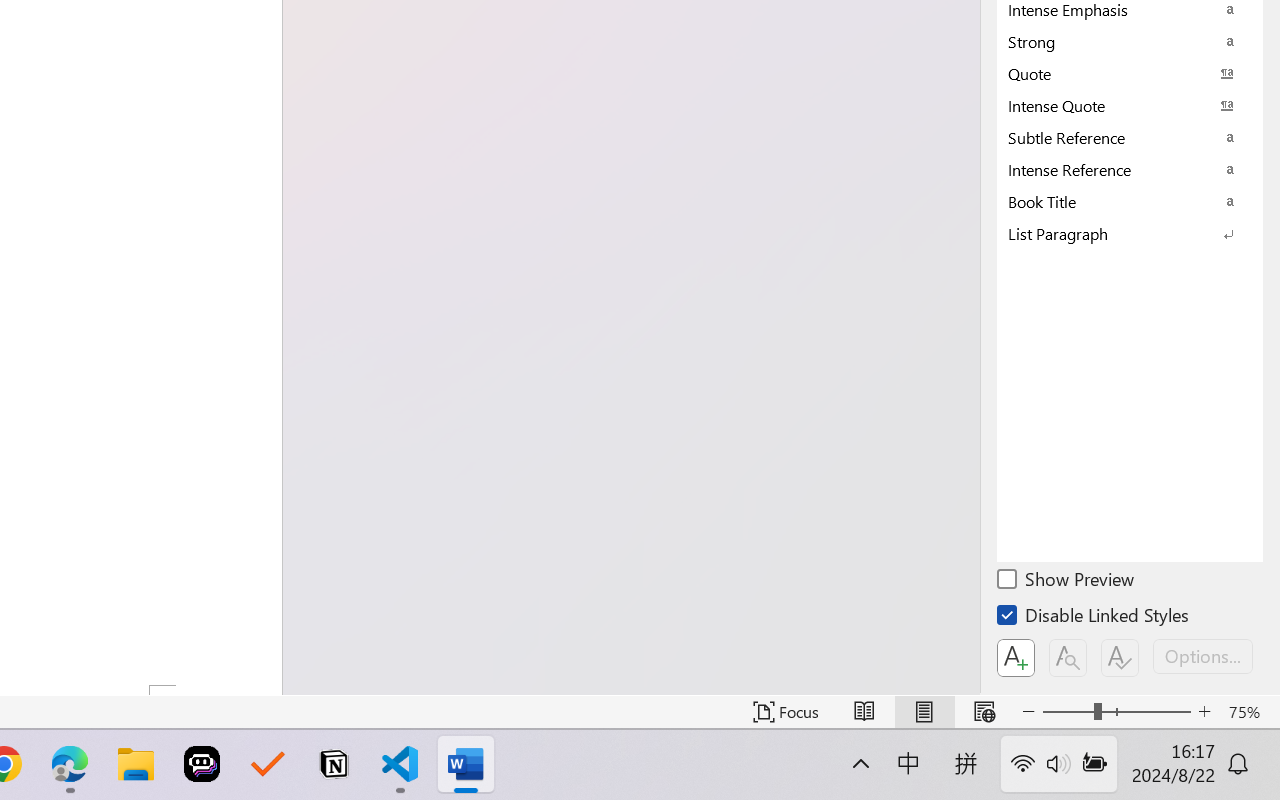 The width and height of the screenshot is (1280, 800). I want to click on 'Show Preview', so click(1066, 581).